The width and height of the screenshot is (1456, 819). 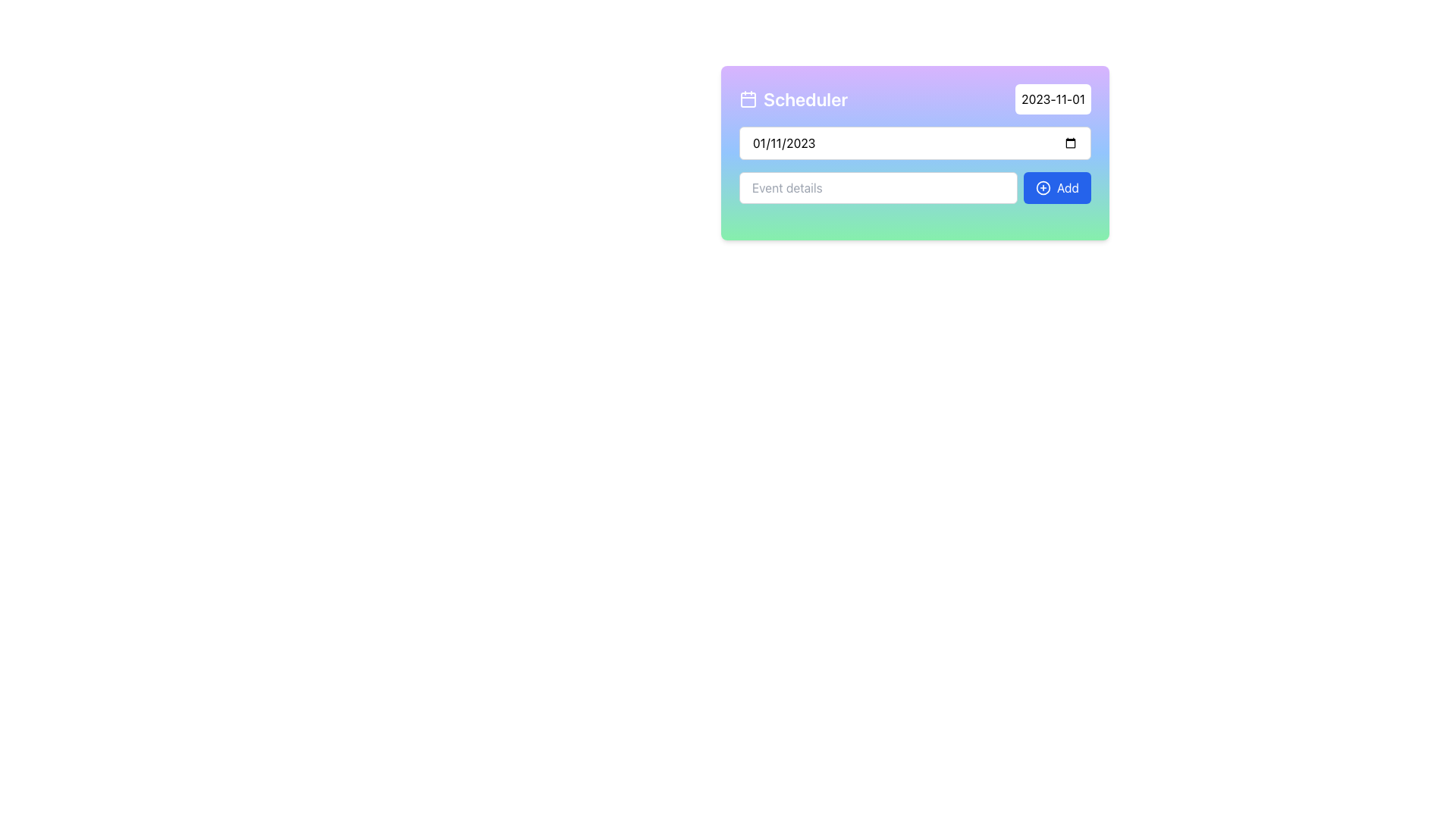 What do you see at coordinates (1043, 187) in the screenshot?
I see `the central circular component of the SVG icon representing a plus symbol inside a circle, which is part of a blue button labeled 'Add' located at the bottom right corner of the form interface` at bounding box center [1043, 187].